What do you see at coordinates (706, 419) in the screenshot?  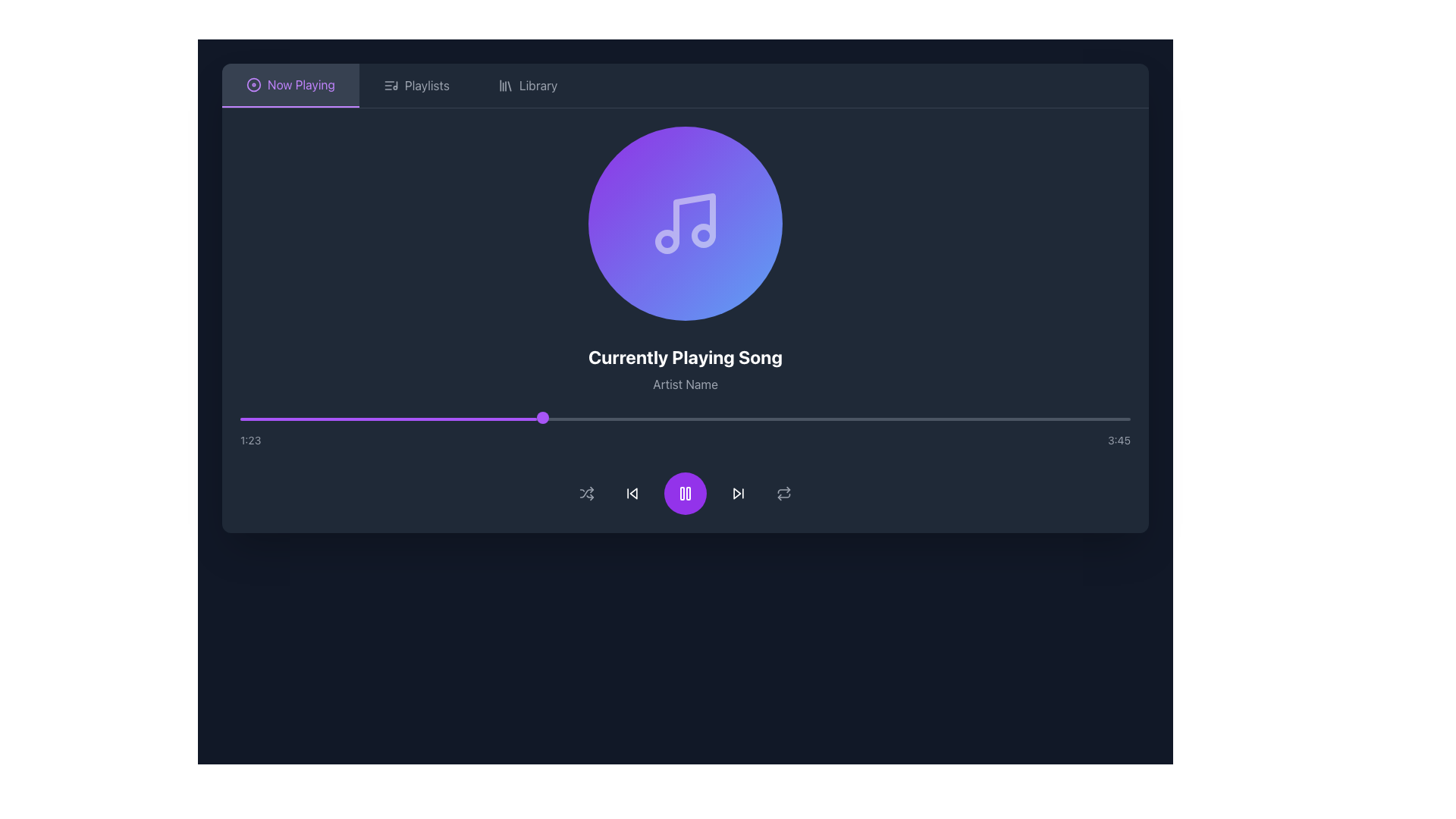 I see `the playback position` at bounding box center [706, 419].